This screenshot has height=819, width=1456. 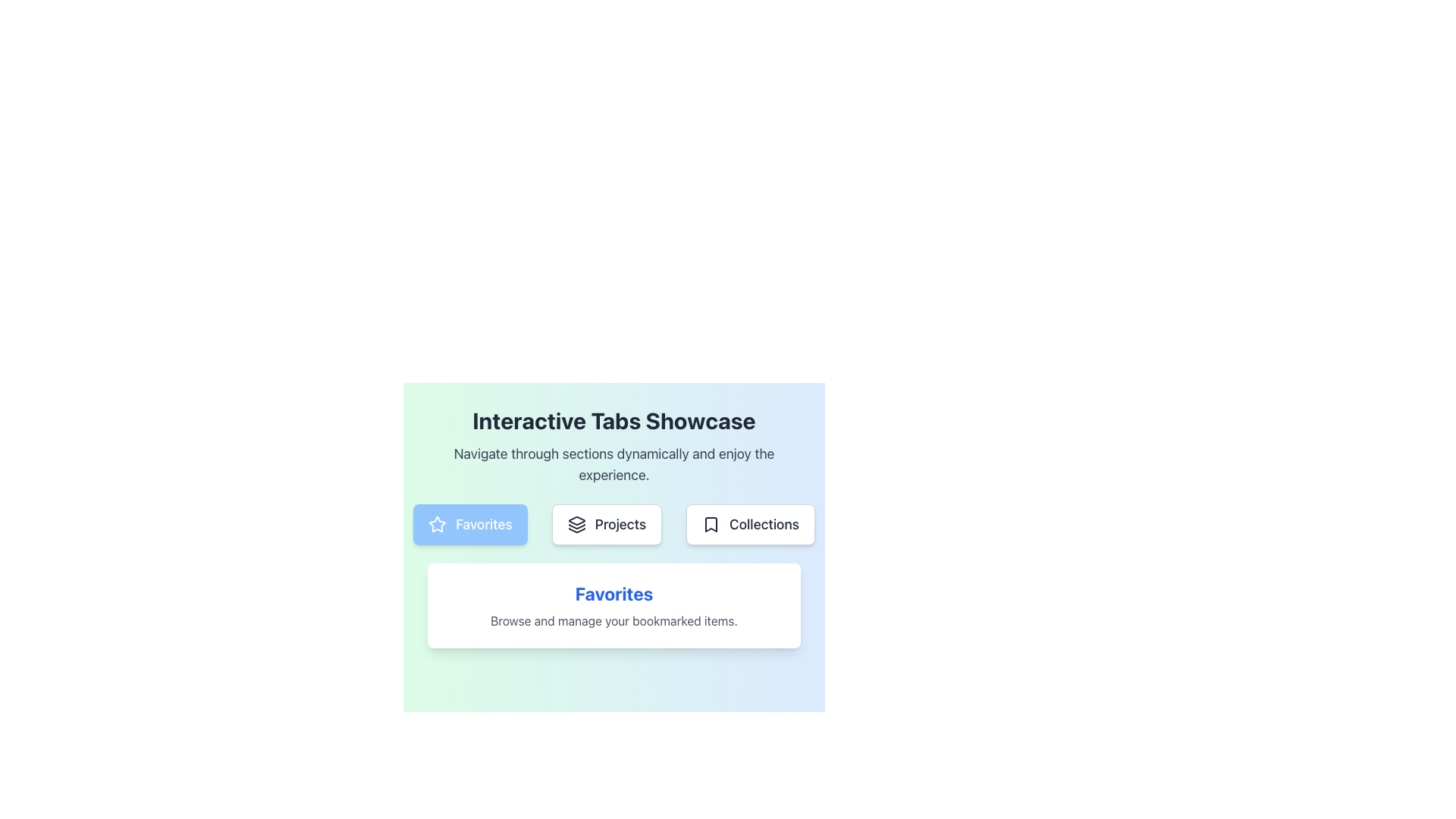 I want to click on the 'Favorites' button, so click(x=469, y=523).